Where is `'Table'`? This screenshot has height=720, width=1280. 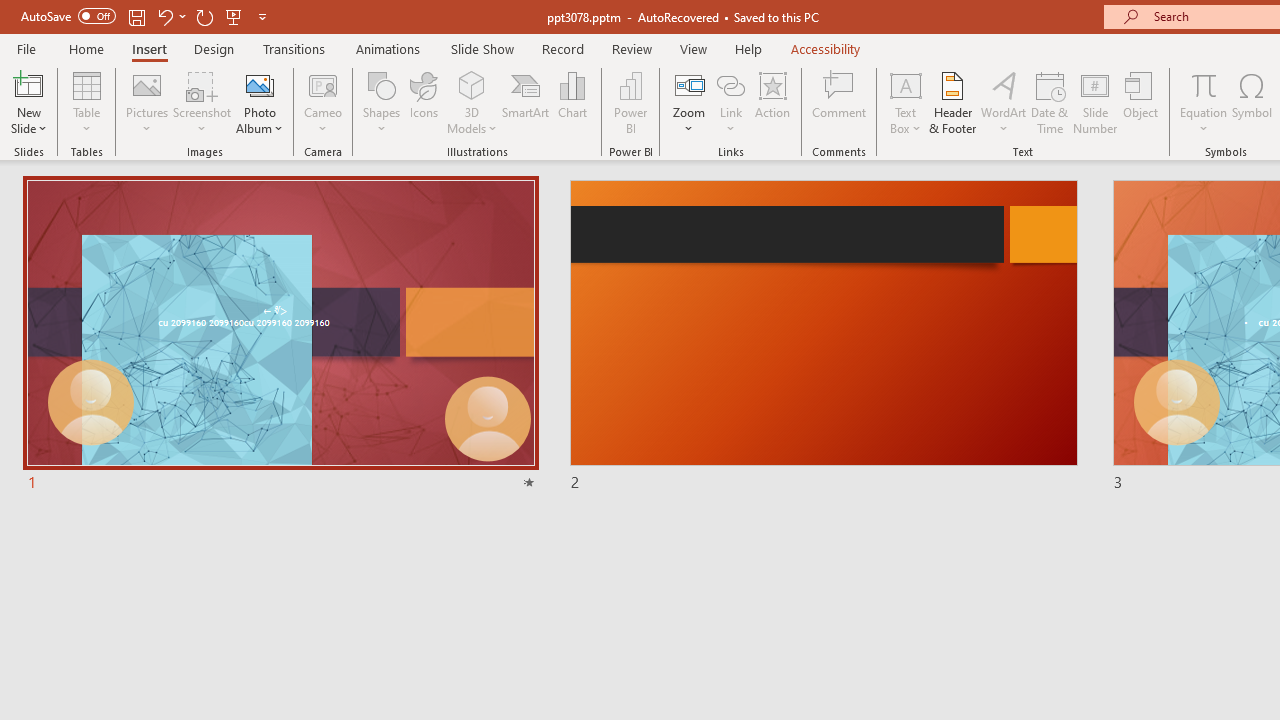 'Table' is located at coordinates (86, 103).